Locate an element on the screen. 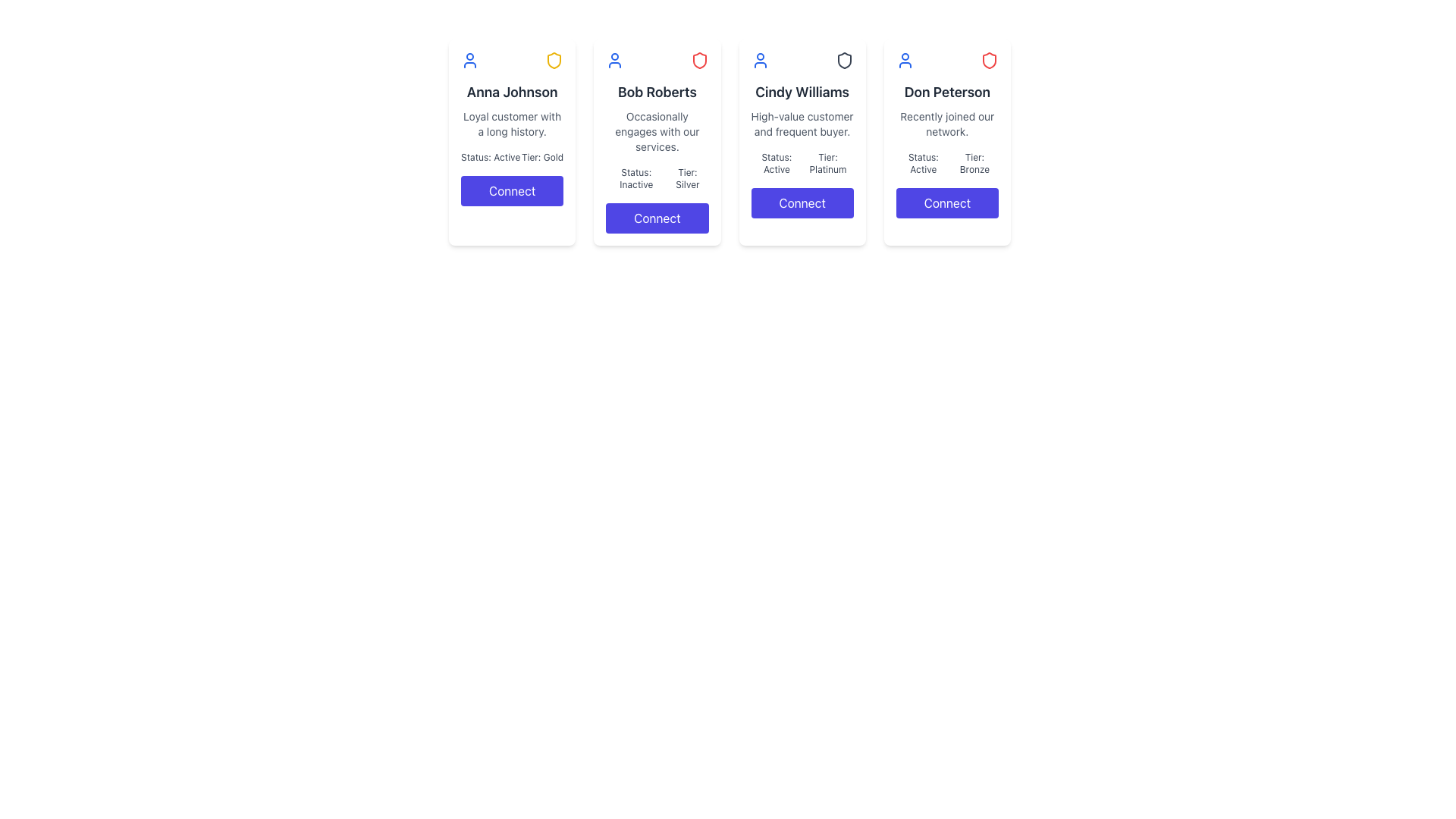  the button that initiates a connection action associated with user 'Bob Roberts', located at the bottom of his card is located at coordinates (657, 218).